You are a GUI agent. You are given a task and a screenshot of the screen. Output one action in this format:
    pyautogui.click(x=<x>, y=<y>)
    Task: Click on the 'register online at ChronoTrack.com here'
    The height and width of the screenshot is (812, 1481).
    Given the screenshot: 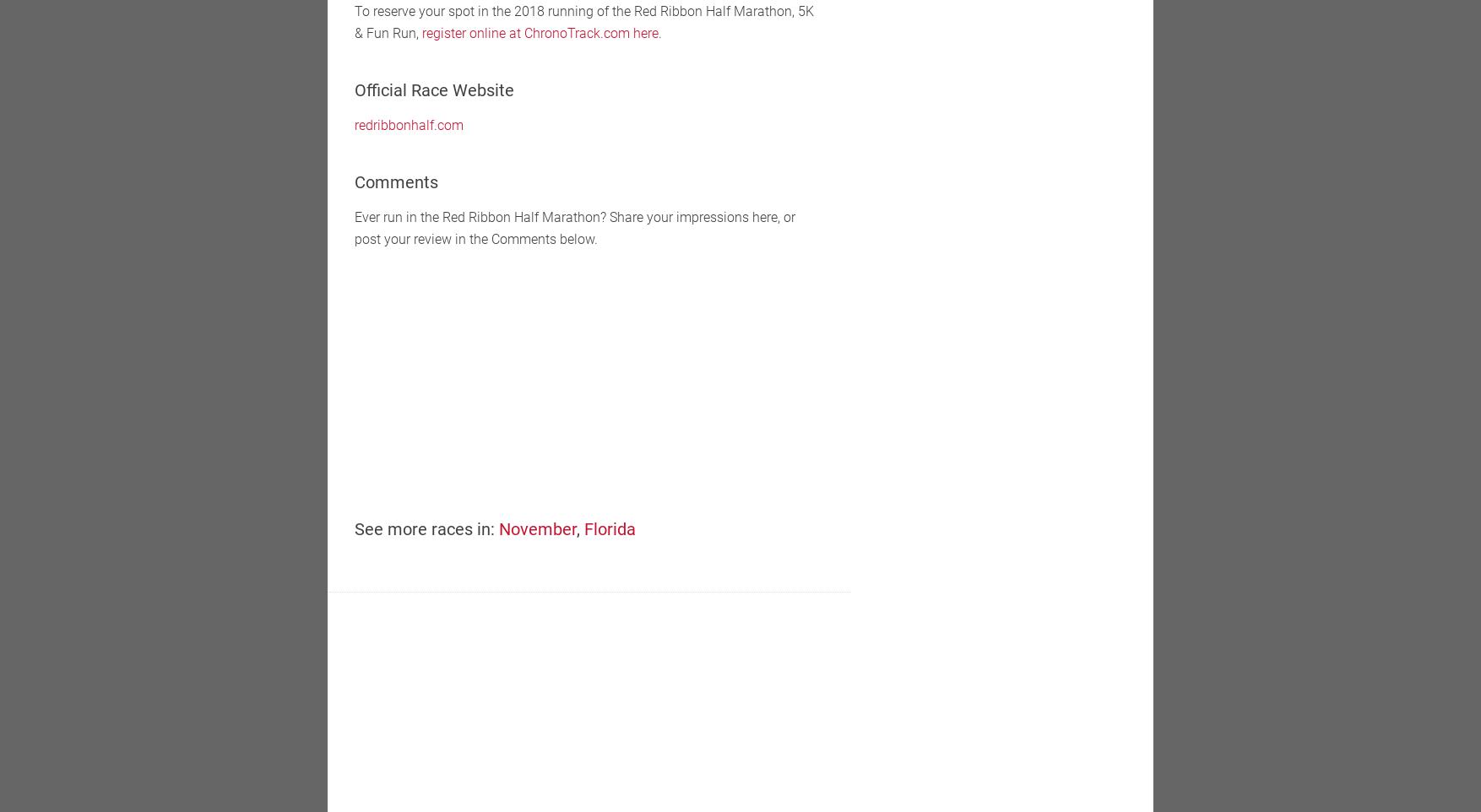 What is the action you would take?
    pyautogui.click(x=540, y=32)
    